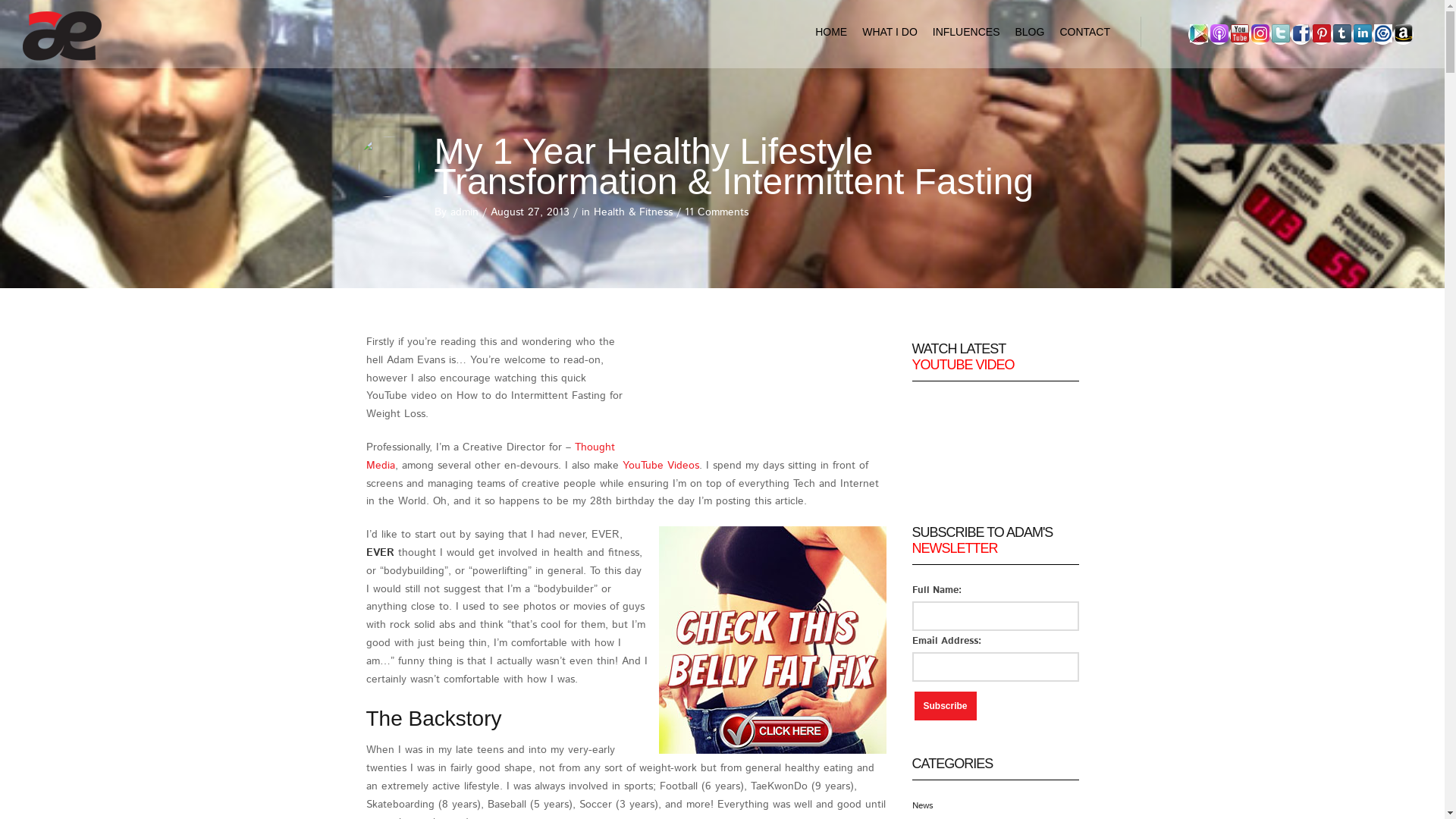  What do you see at coordinates (890, 32) in the screenshot?
I see `'WHAT I DO'` at bounding box center [890, 32].